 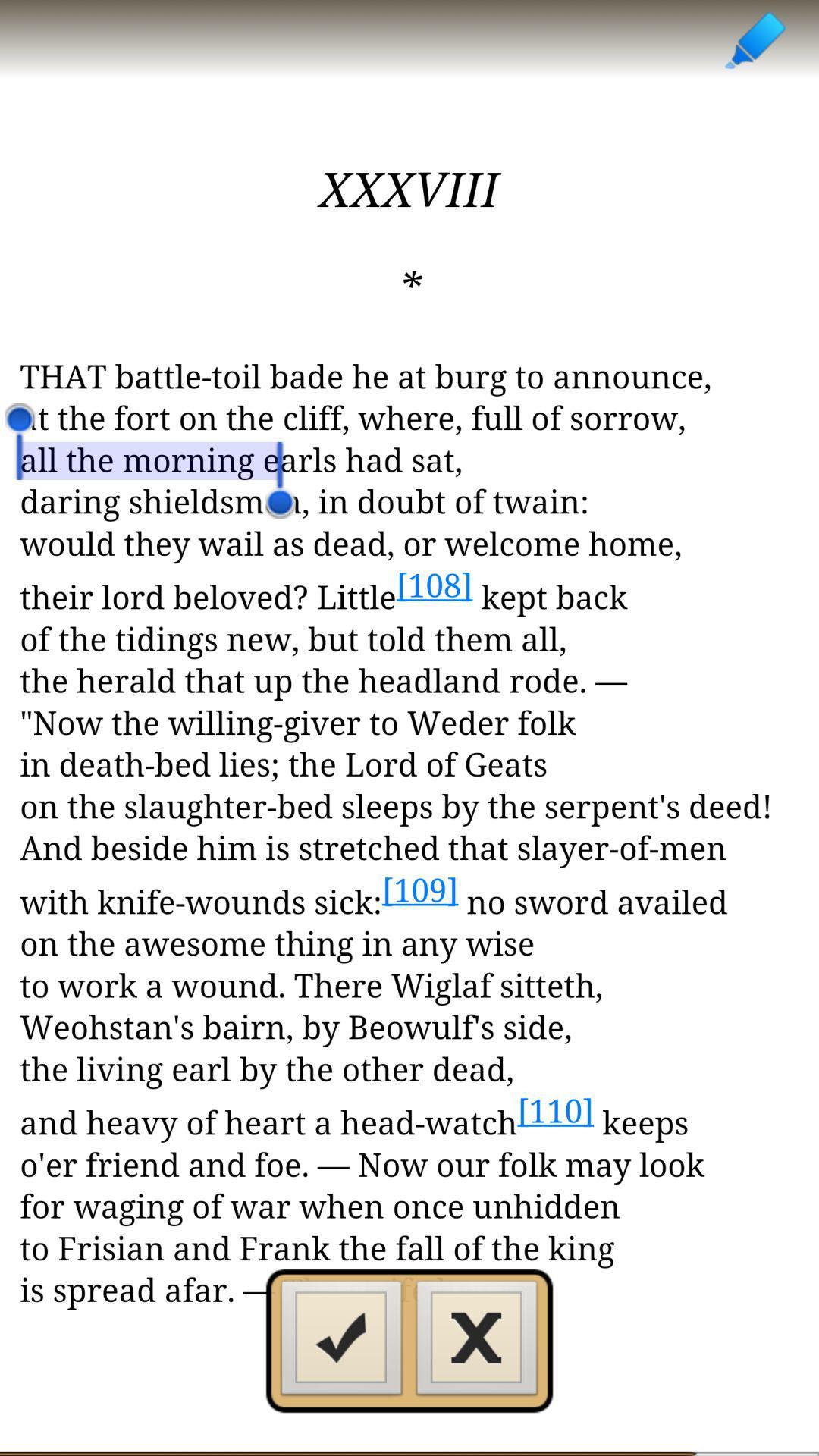 I want to click on highlight text, so click(x=754, y=39).